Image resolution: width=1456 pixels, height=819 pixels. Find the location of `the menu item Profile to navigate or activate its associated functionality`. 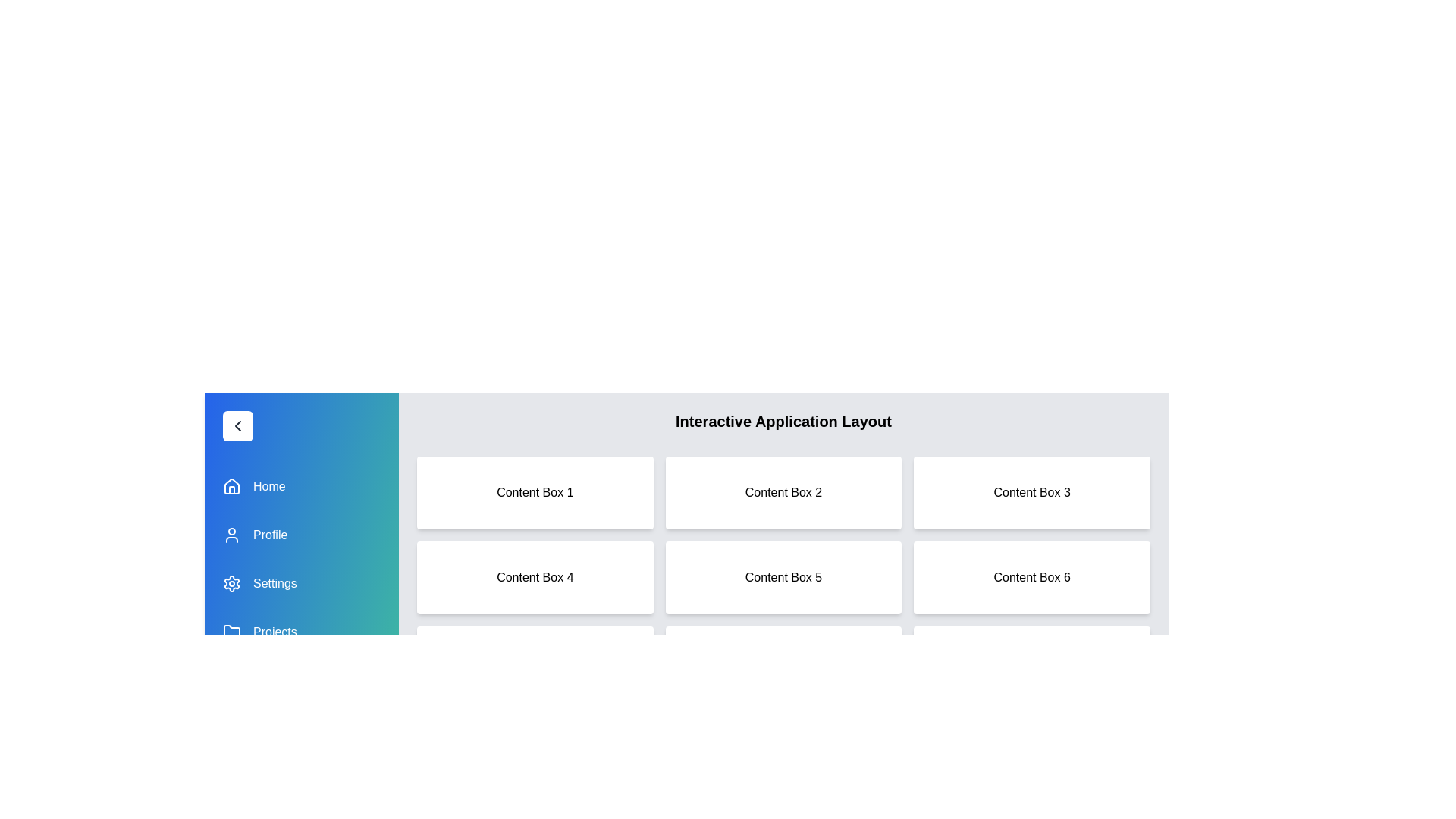

the menu item Profile to navigate or activate its associated functionality is located at coordinates (302, 534).